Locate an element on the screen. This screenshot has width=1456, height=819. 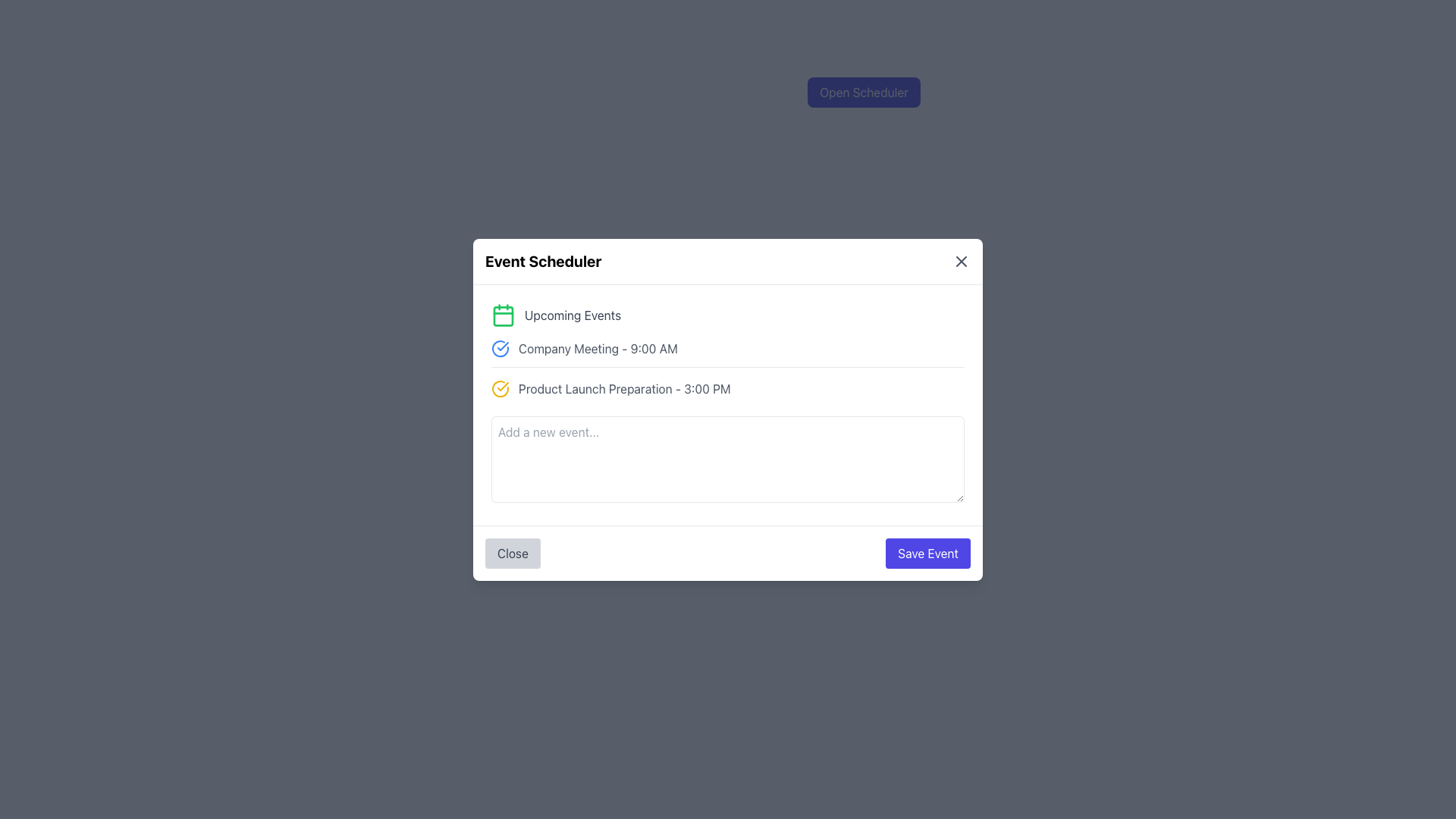
the 'X' close button in the top-right corner of the 'Event Scheduler' dialog box to change its color is located at coordinates (960, 260).